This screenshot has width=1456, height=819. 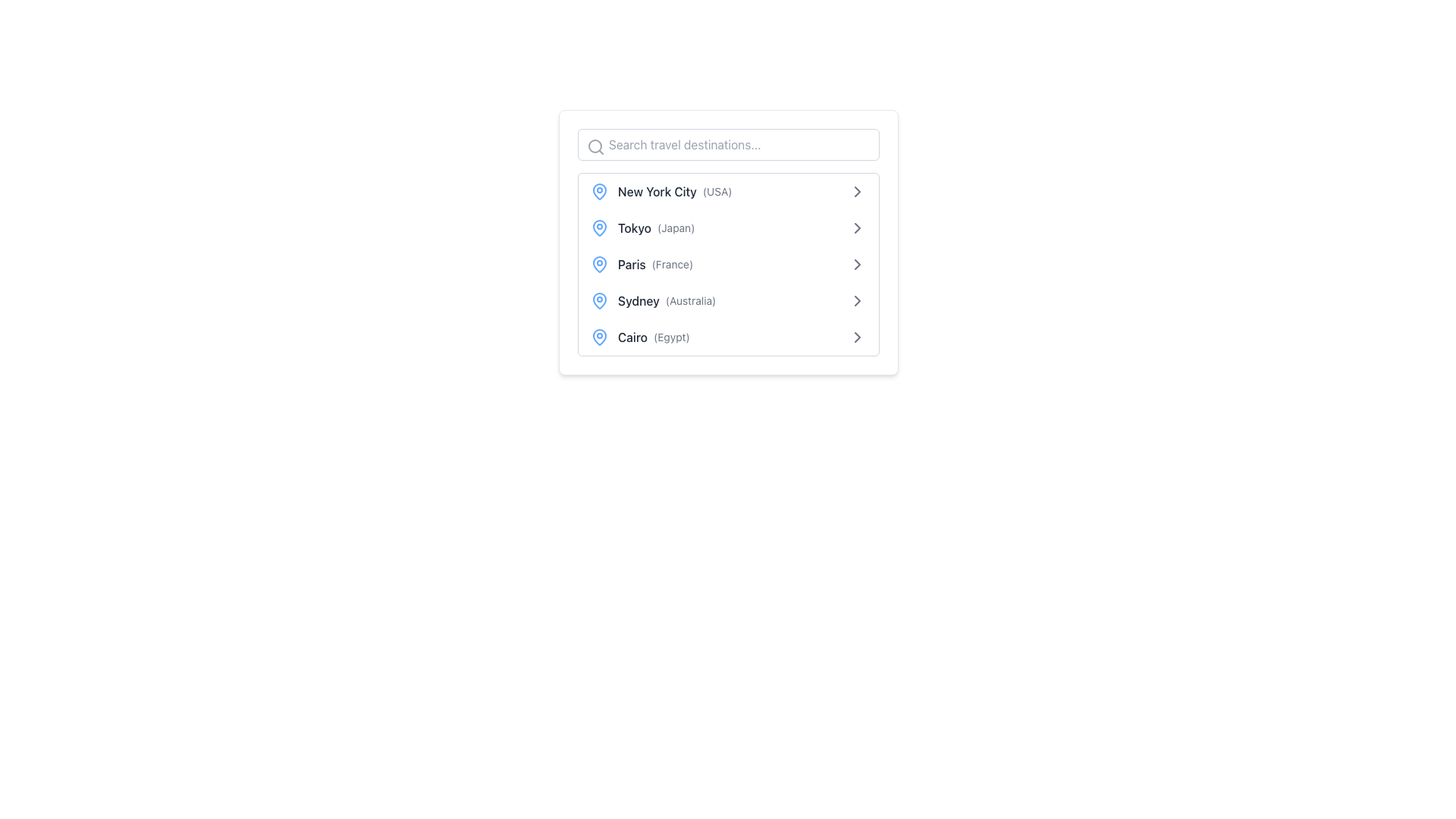 What do you see at coordinates (632, 336) in the screenshot?
I see `the text label indicating the destination name 'Cairo' in the list of travel destinations` at bounding box center [632, 336].